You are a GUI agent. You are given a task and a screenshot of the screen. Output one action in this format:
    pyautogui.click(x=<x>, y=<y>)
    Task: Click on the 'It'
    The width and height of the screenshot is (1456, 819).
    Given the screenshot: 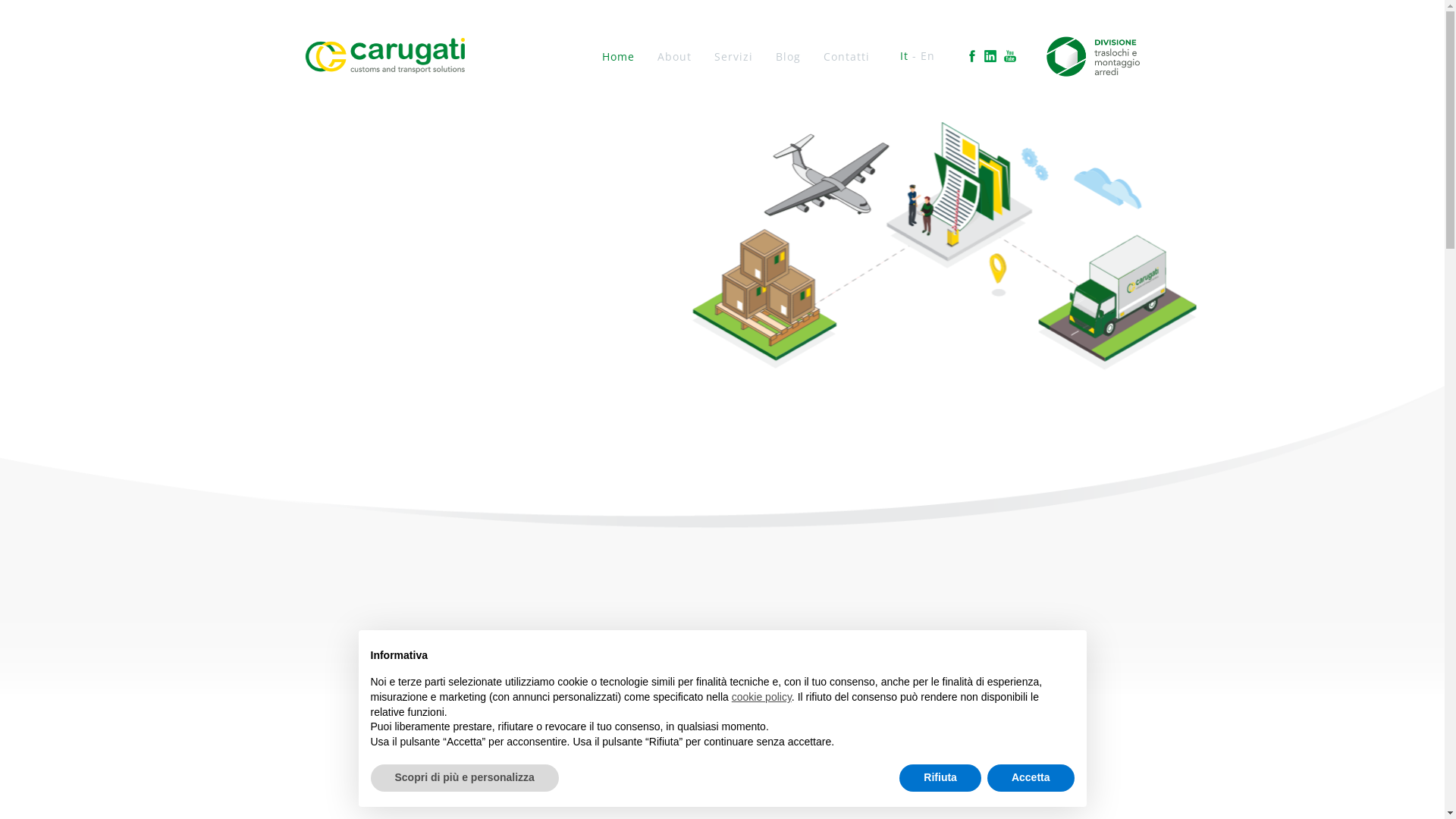 What is the action you would take?
    pyautogui.click(x=904, y=55)
    